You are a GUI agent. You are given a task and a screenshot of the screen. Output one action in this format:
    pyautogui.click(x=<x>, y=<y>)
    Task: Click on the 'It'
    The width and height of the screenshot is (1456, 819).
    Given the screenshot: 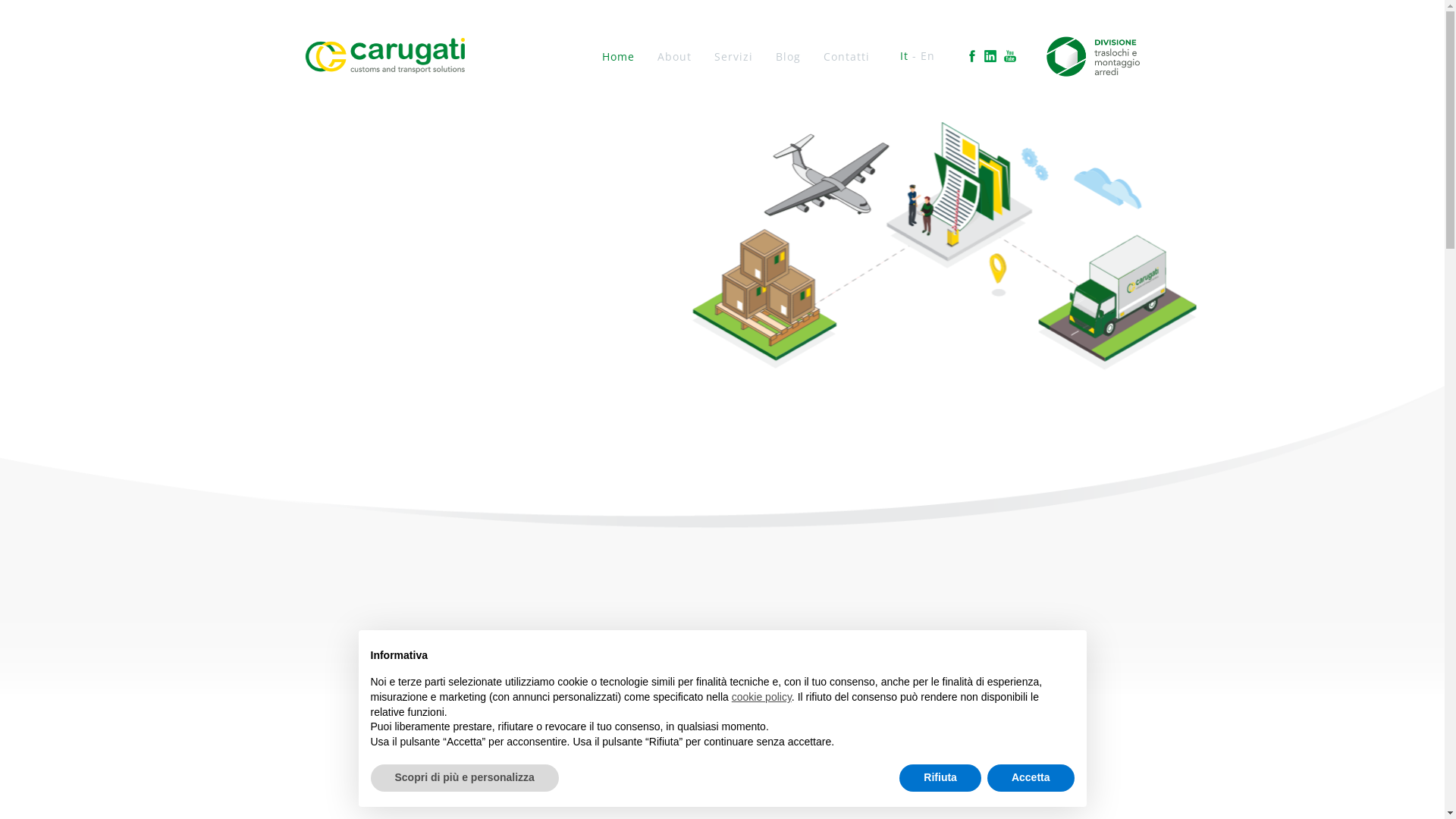 What is the action you would take?
    pyautogui.click(x=904, y=55)
    